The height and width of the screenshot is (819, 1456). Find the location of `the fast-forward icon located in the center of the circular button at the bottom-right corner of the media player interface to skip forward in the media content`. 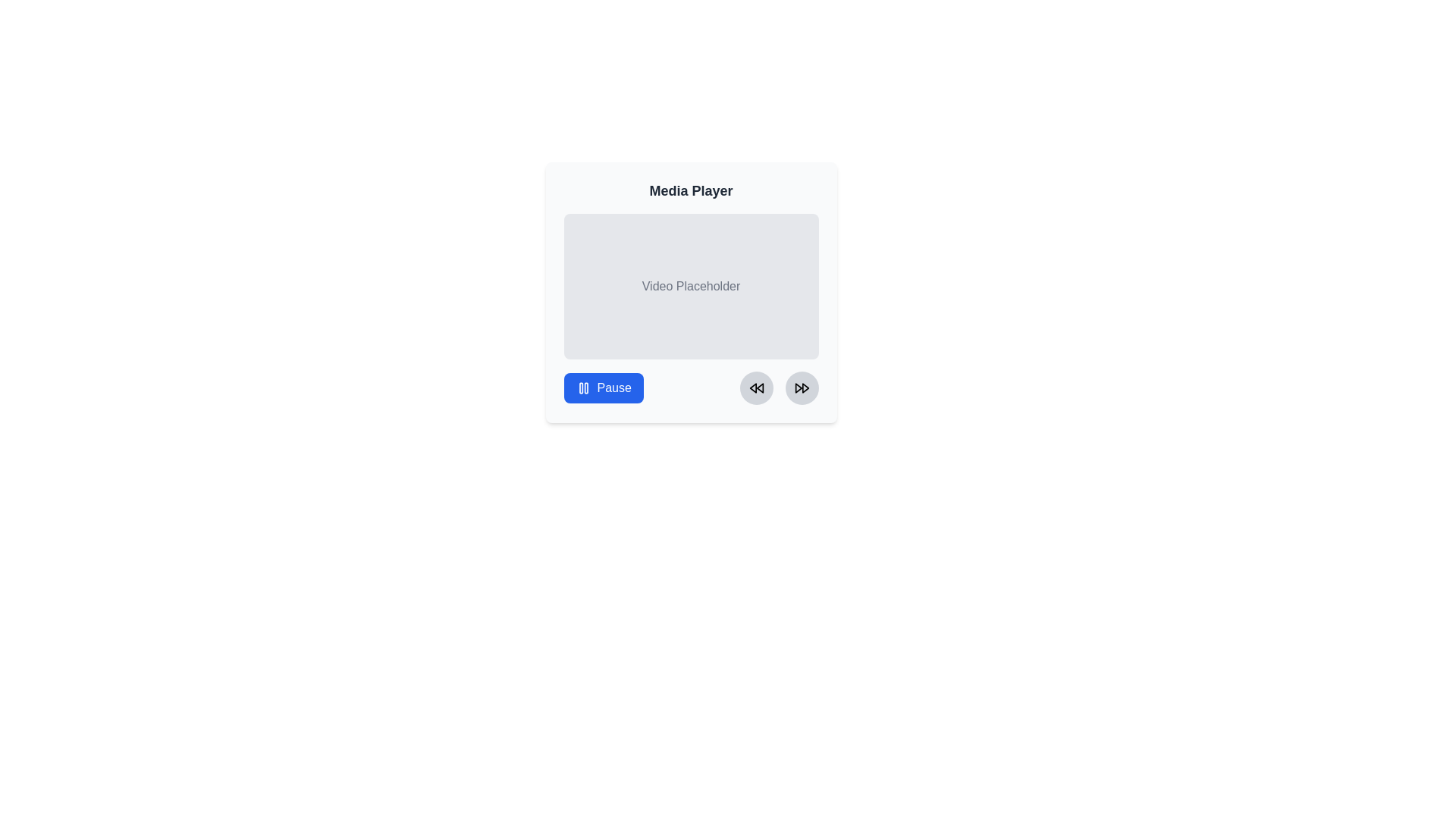

the fast-forward icon located in the center of the circular button at the bottom-right corner of the media player interface to skip forward in the media content is located at coordinates (801, 388).